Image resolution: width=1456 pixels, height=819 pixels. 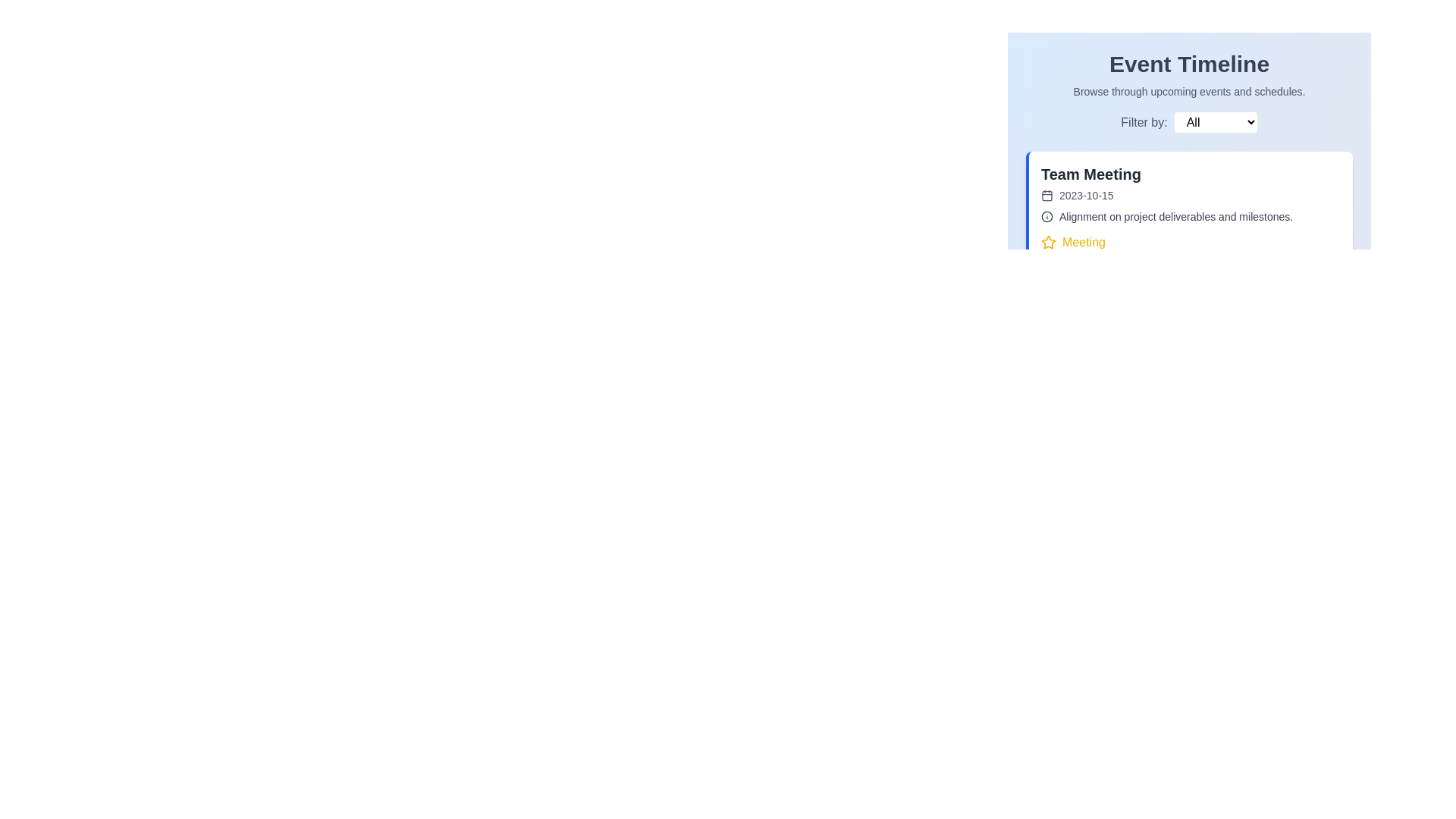 What do you see at coordinates (1046, 195) in the screenshot?
I see `the calendar icon body, which is a small, rounded rectangle with dimensions of 18x18 pixels, located within the bounds of the calendar icon` at bounding box center [1046, 195].